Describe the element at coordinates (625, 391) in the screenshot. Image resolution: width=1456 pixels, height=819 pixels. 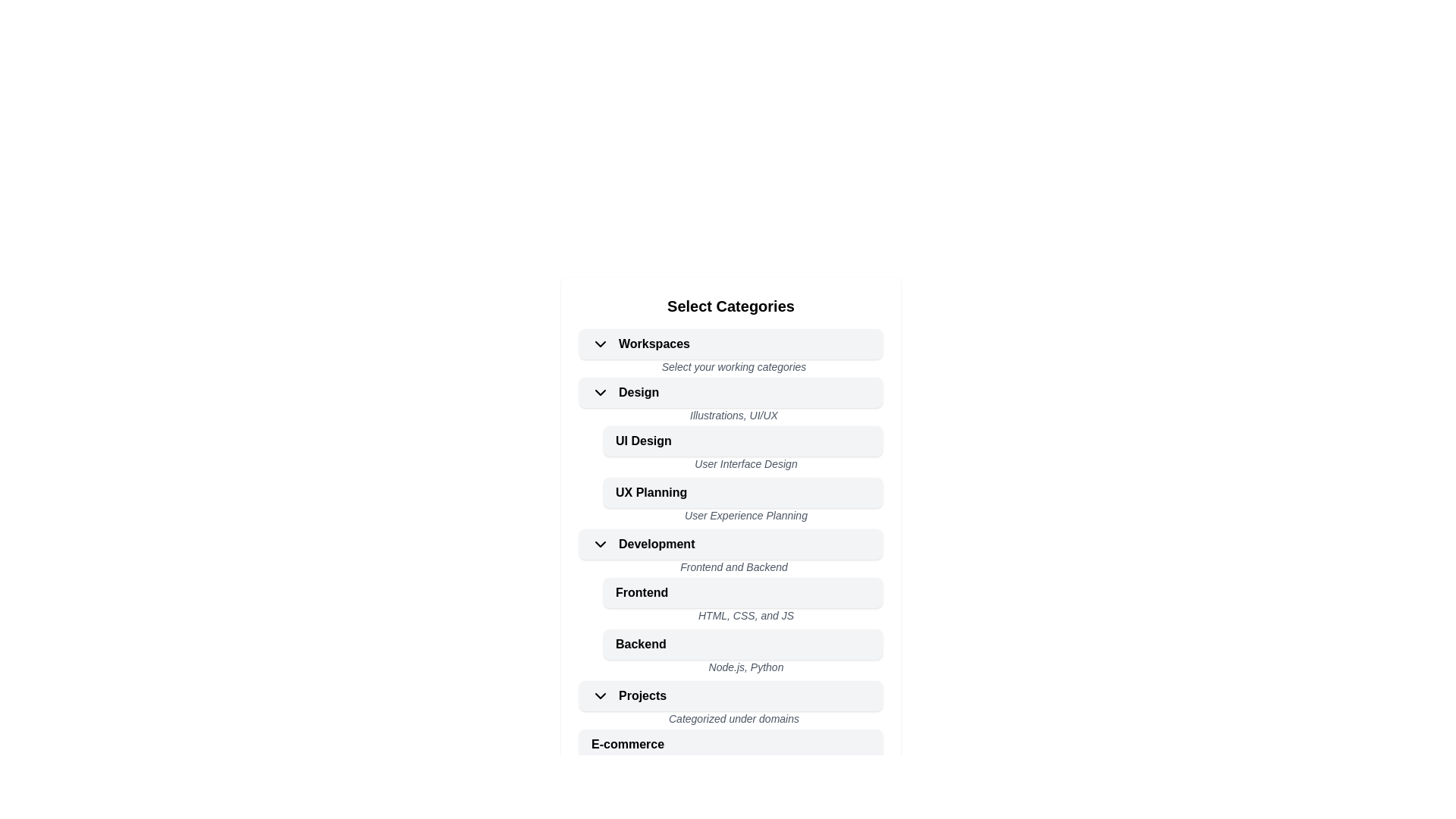
I see `the bolded text label displaying 'Design'` at that location.